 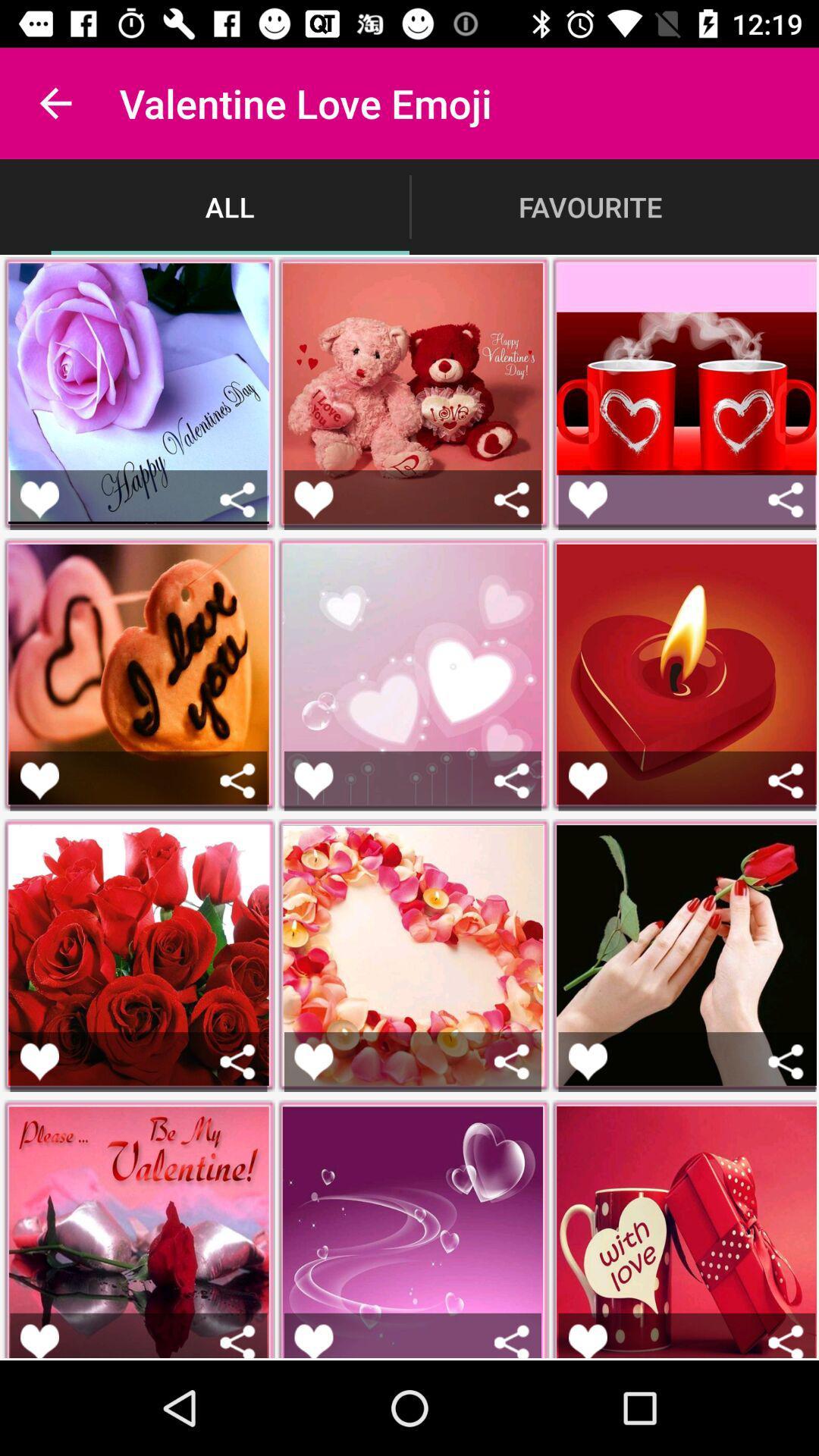 What do you see at coordinates (785, 500) in the screenshot?
I see `share` at bounding box center [785, 500].